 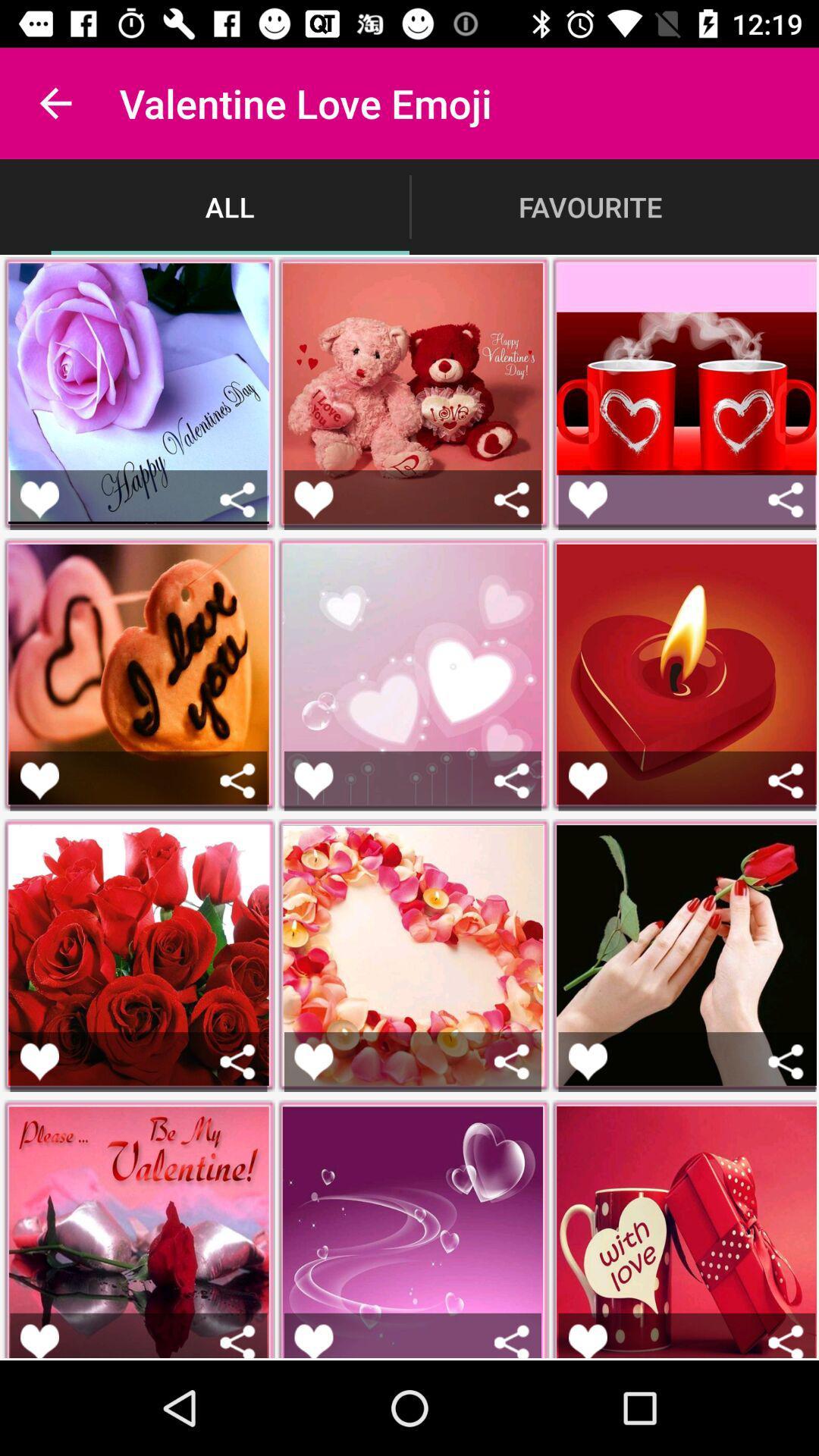 What do you see at coordinates (785, 500) in the screenshot?
I see `share` at bounding box center [785, 500].